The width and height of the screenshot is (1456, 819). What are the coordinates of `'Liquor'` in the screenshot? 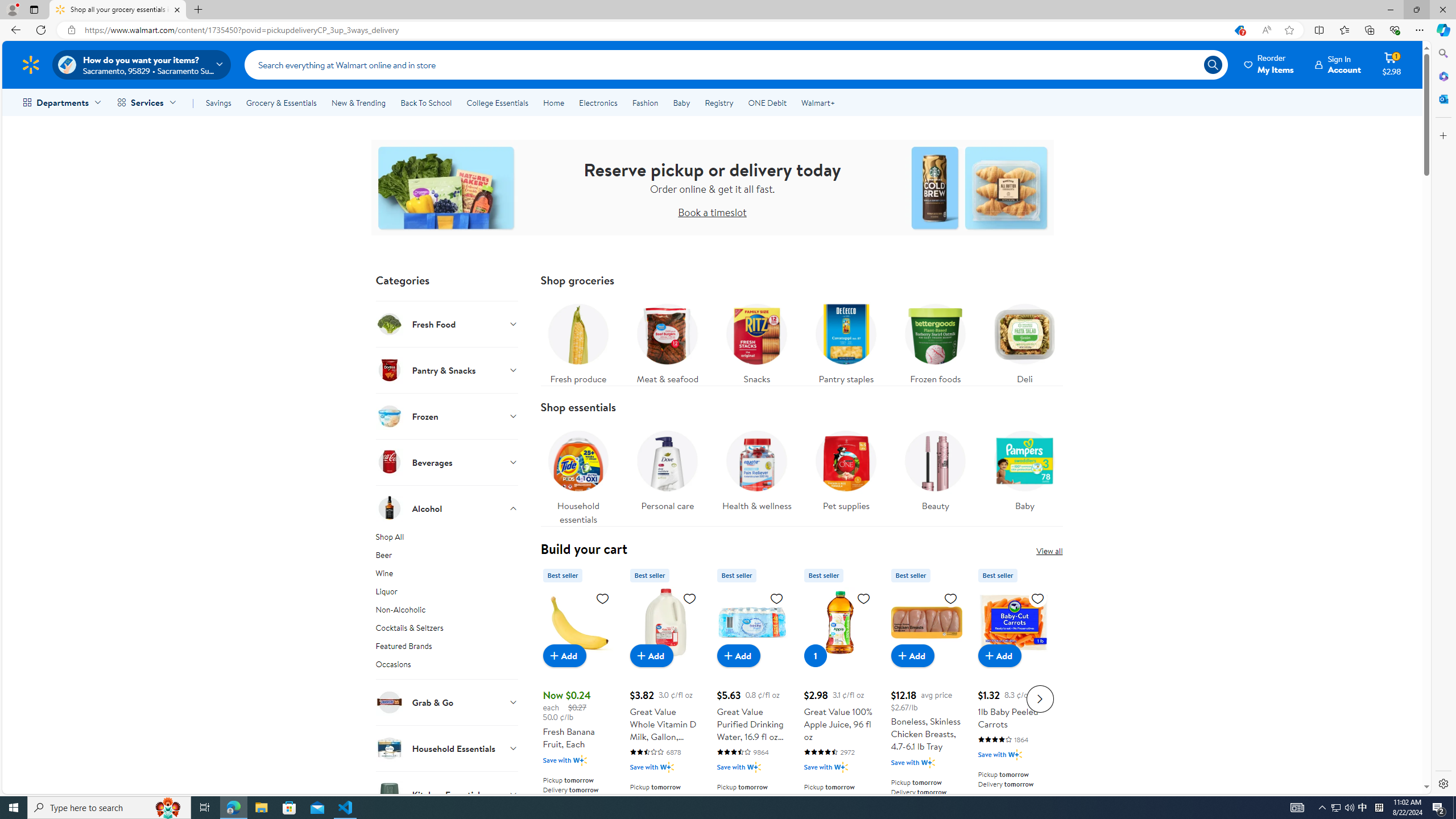 It's located at (446, 593).